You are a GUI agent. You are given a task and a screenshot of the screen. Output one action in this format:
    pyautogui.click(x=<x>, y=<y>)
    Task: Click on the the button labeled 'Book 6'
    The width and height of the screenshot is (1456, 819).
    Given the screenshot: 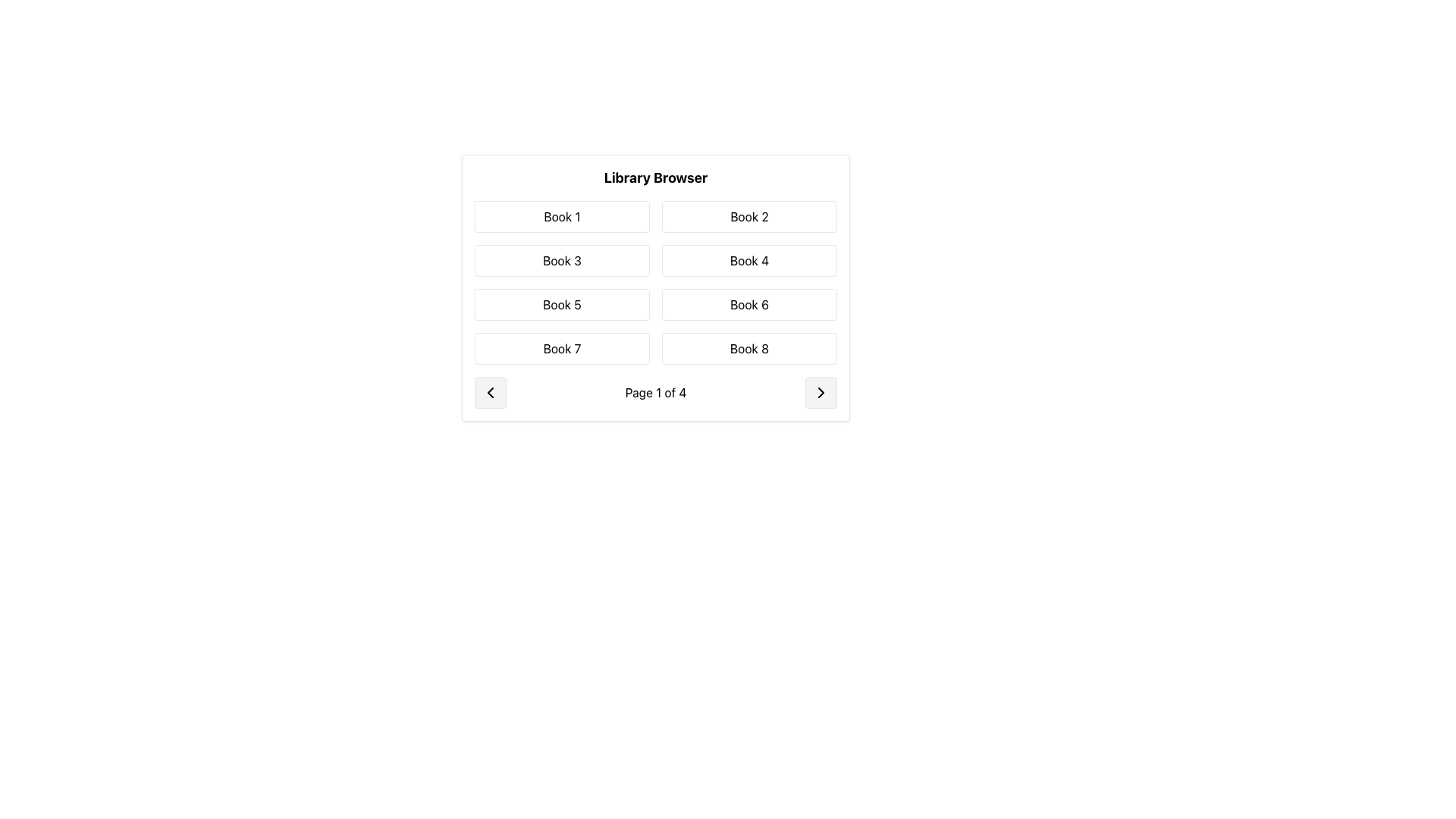 What is the action you would take?
    pyautogui.click(x=749, y=304)
    